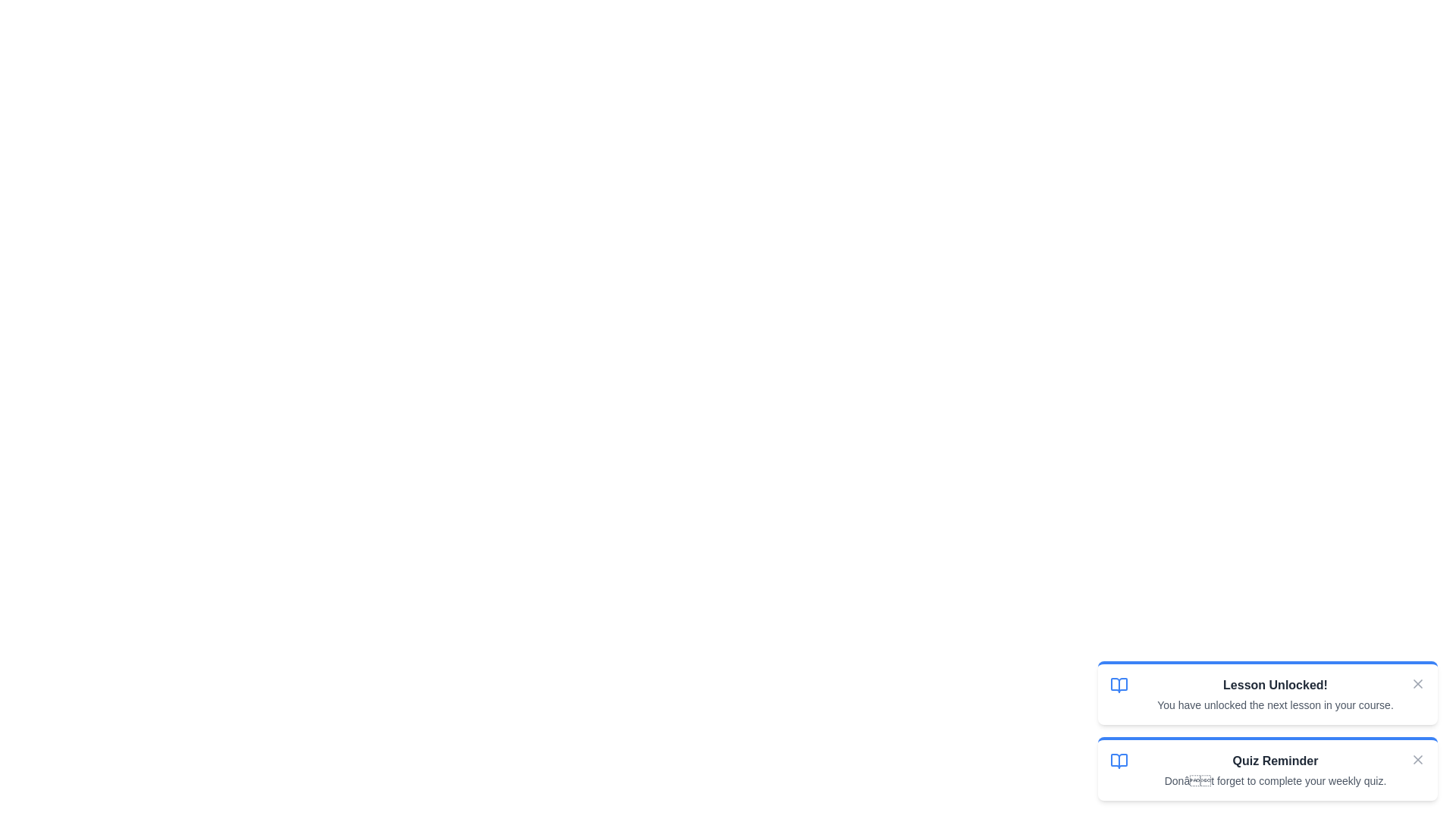 The height and width of the screenshot is (819, 1456). What do you see at coordinates (1417, 760) in the screenshot?
I see `close button of the notification with title Quiz Reminder` at bounding box center [1417, 760].